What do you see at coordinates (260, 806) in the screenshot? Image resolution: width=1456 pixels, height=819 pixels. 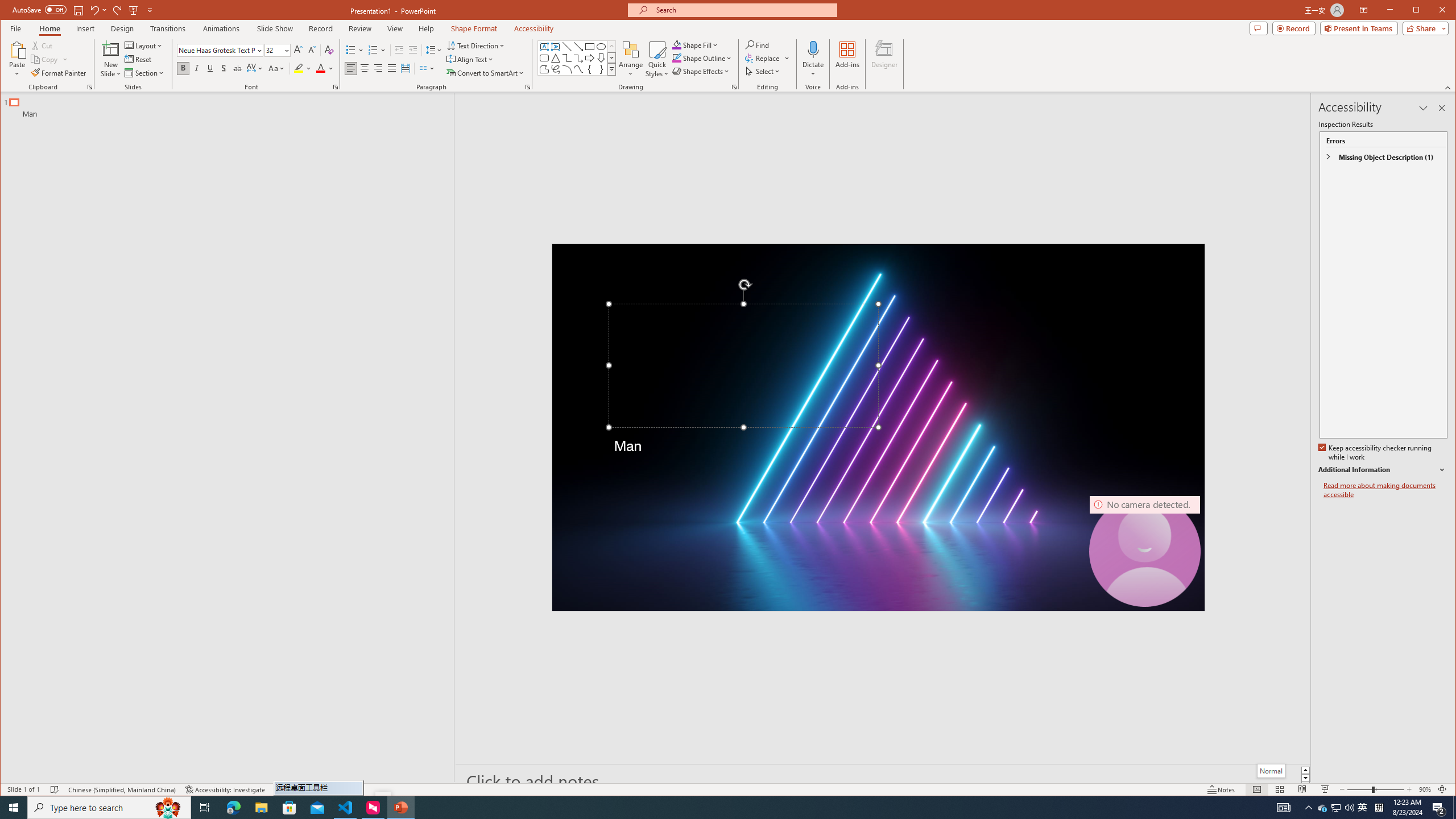 I see `'File Explorer'` at bounding box center [260, 806].